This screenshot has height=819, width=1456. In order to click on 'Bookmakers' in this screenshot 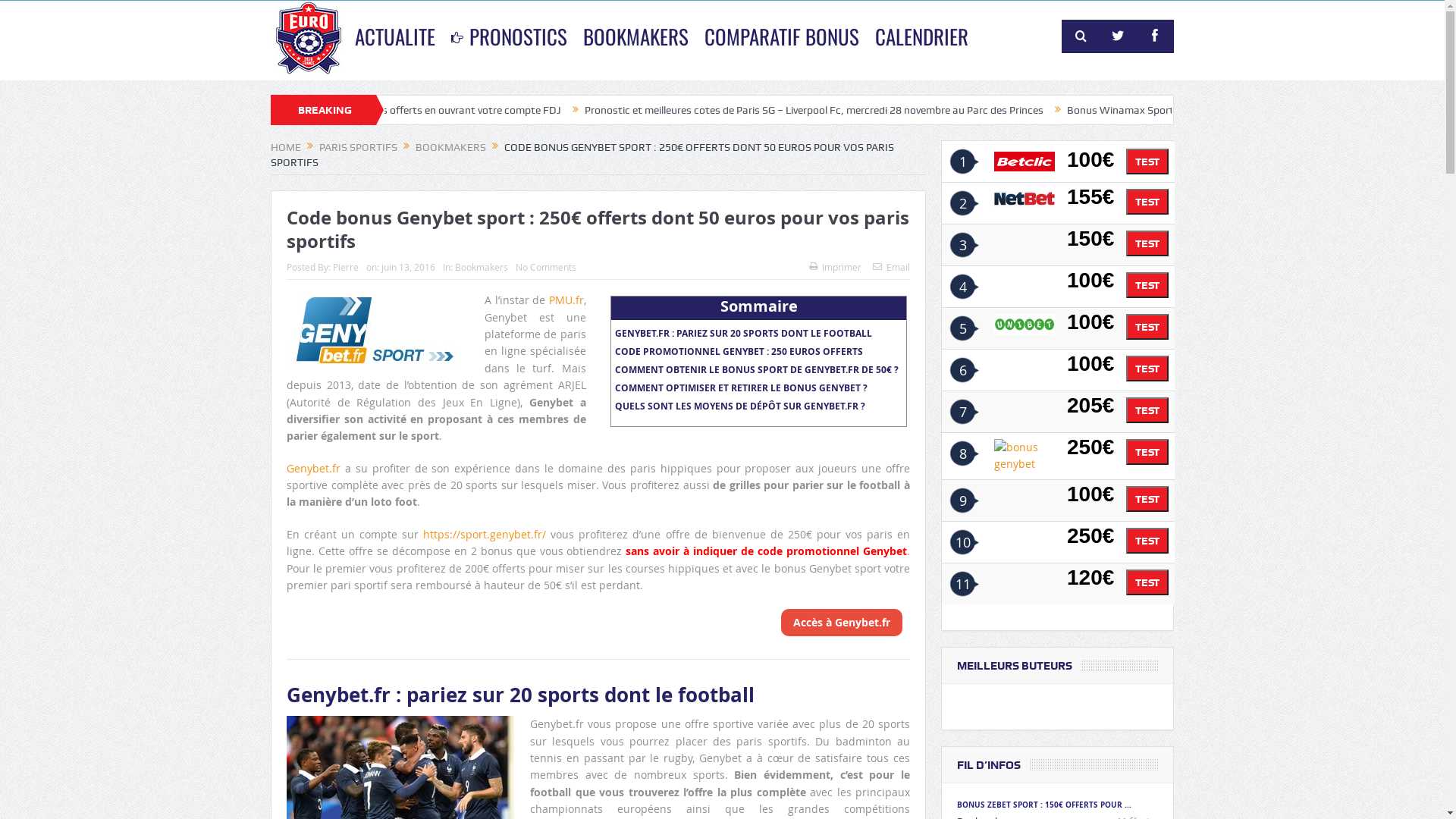, I will do `click(480, 265)`.